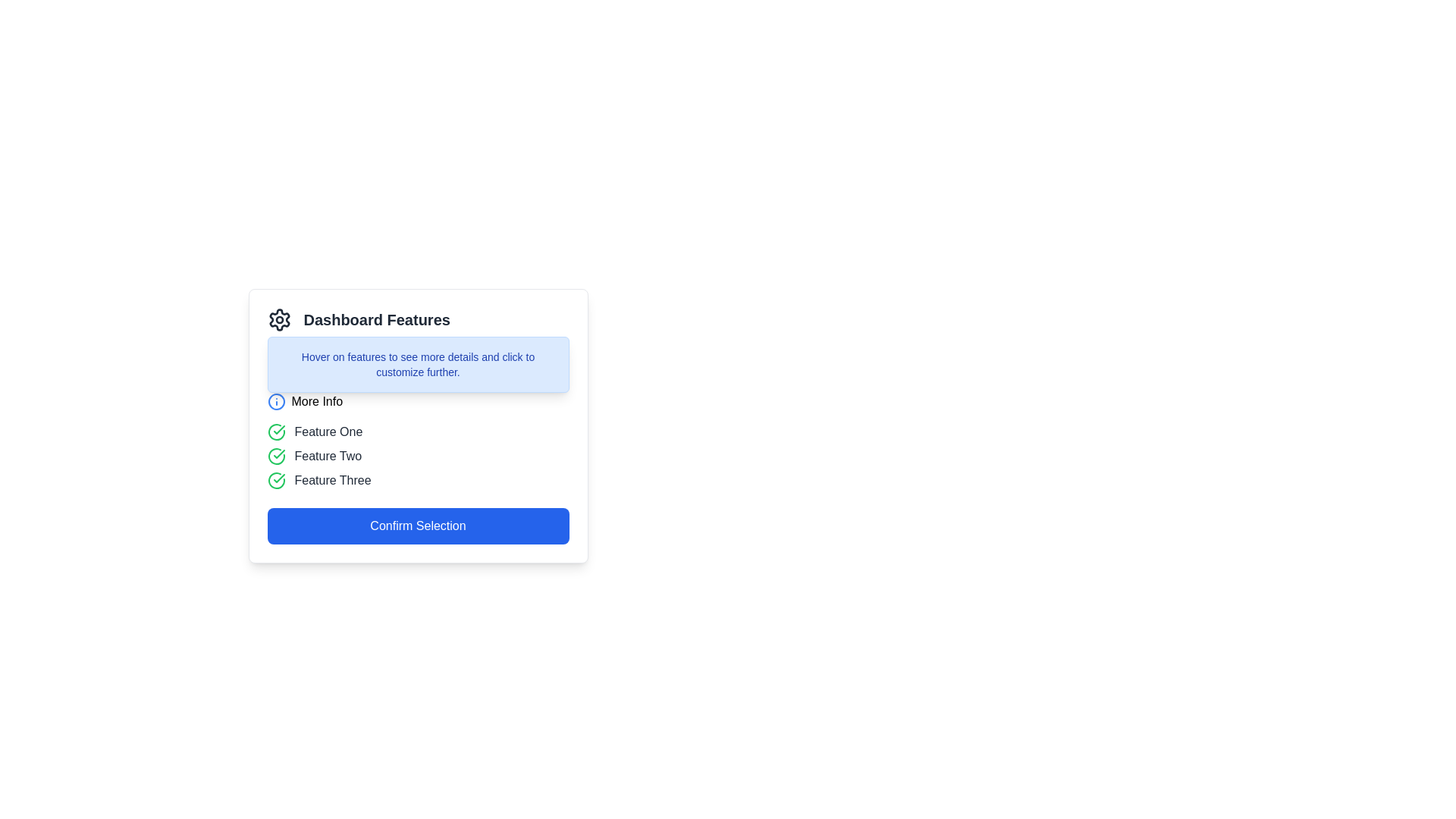  Describe the element at coordinates (276, 400) in the screenshot. I see `the informational icon located to the left of the 'More Info' text` at that location.